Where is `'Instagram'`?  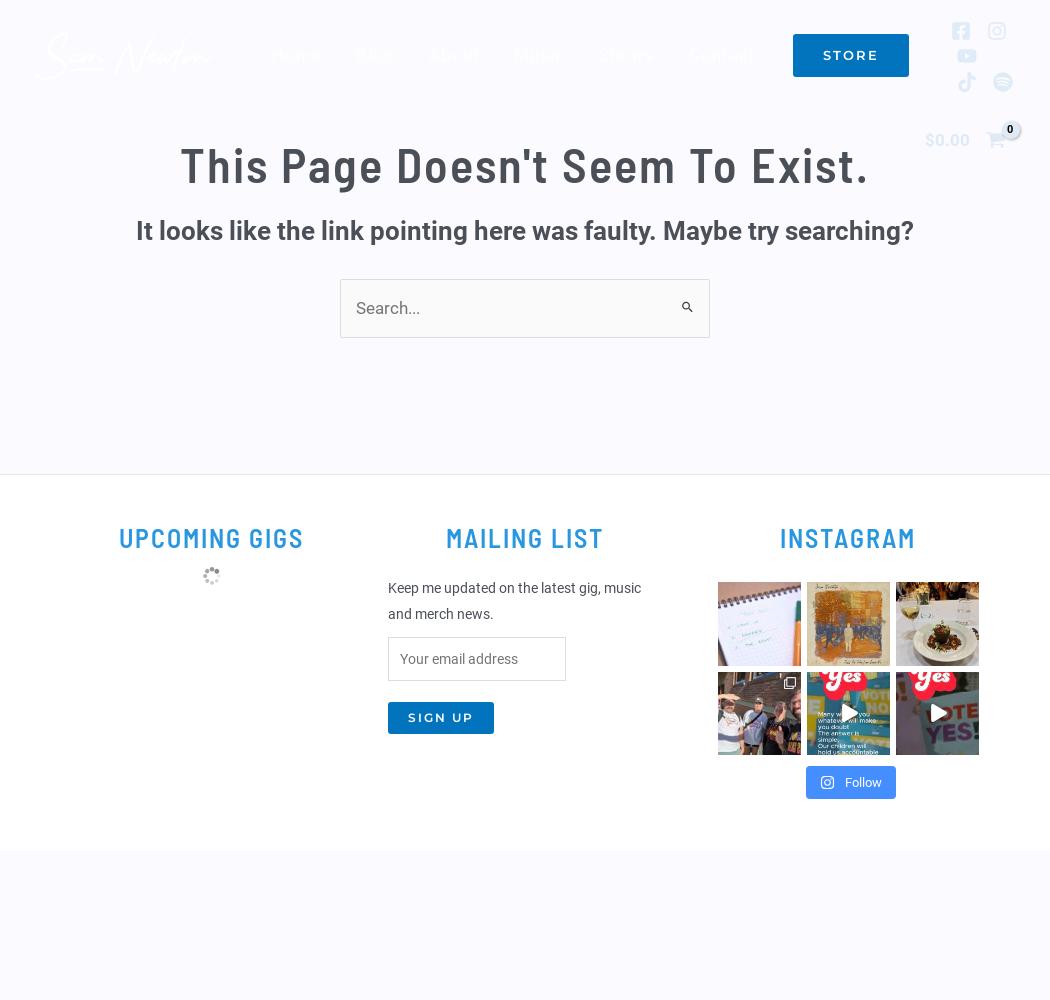 'Instagram' is located at coordinates (847, 537).